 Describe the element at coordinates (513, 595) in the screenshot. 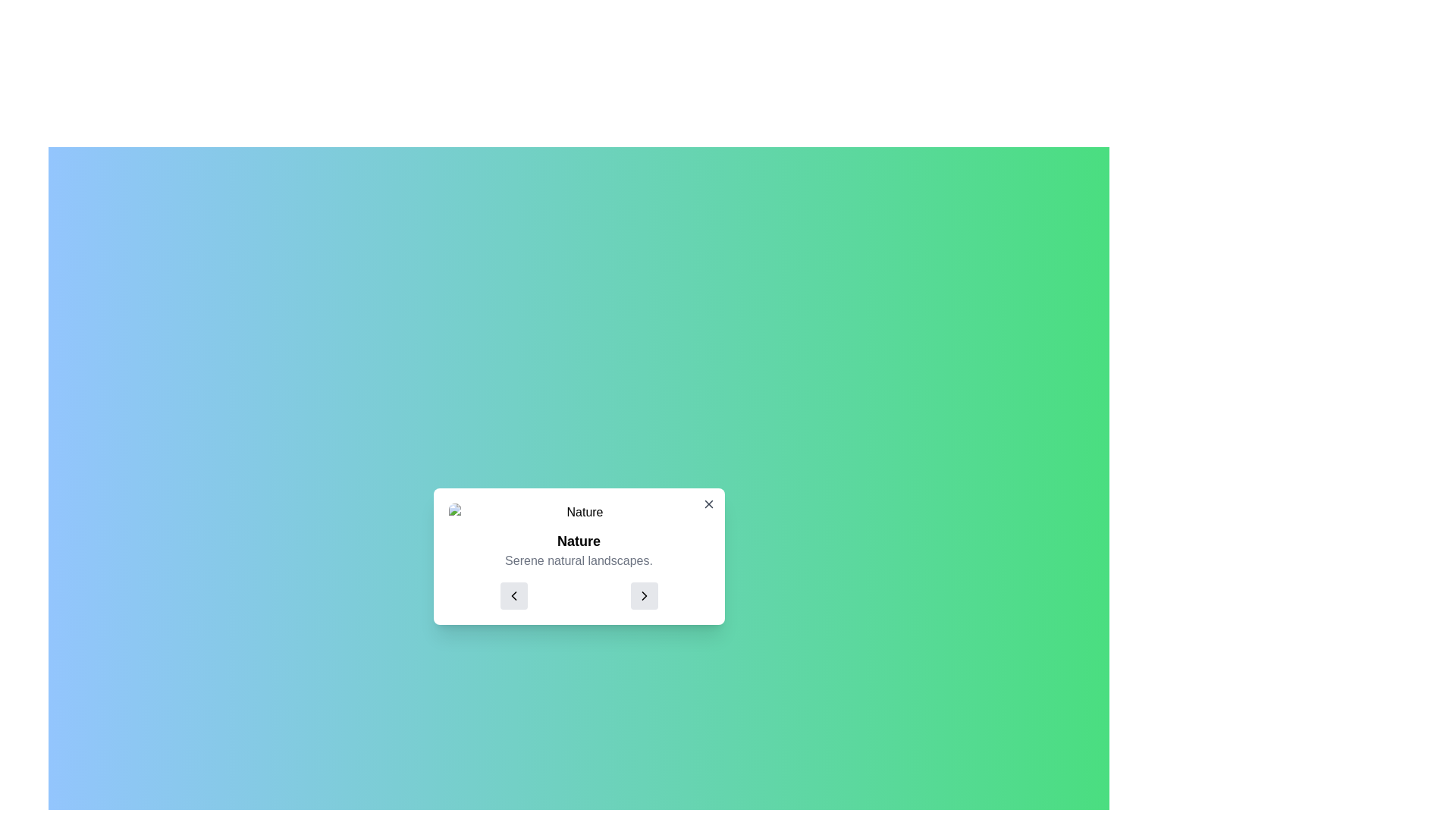

I see `the leftward chevron icon within the interactive button` at that location.